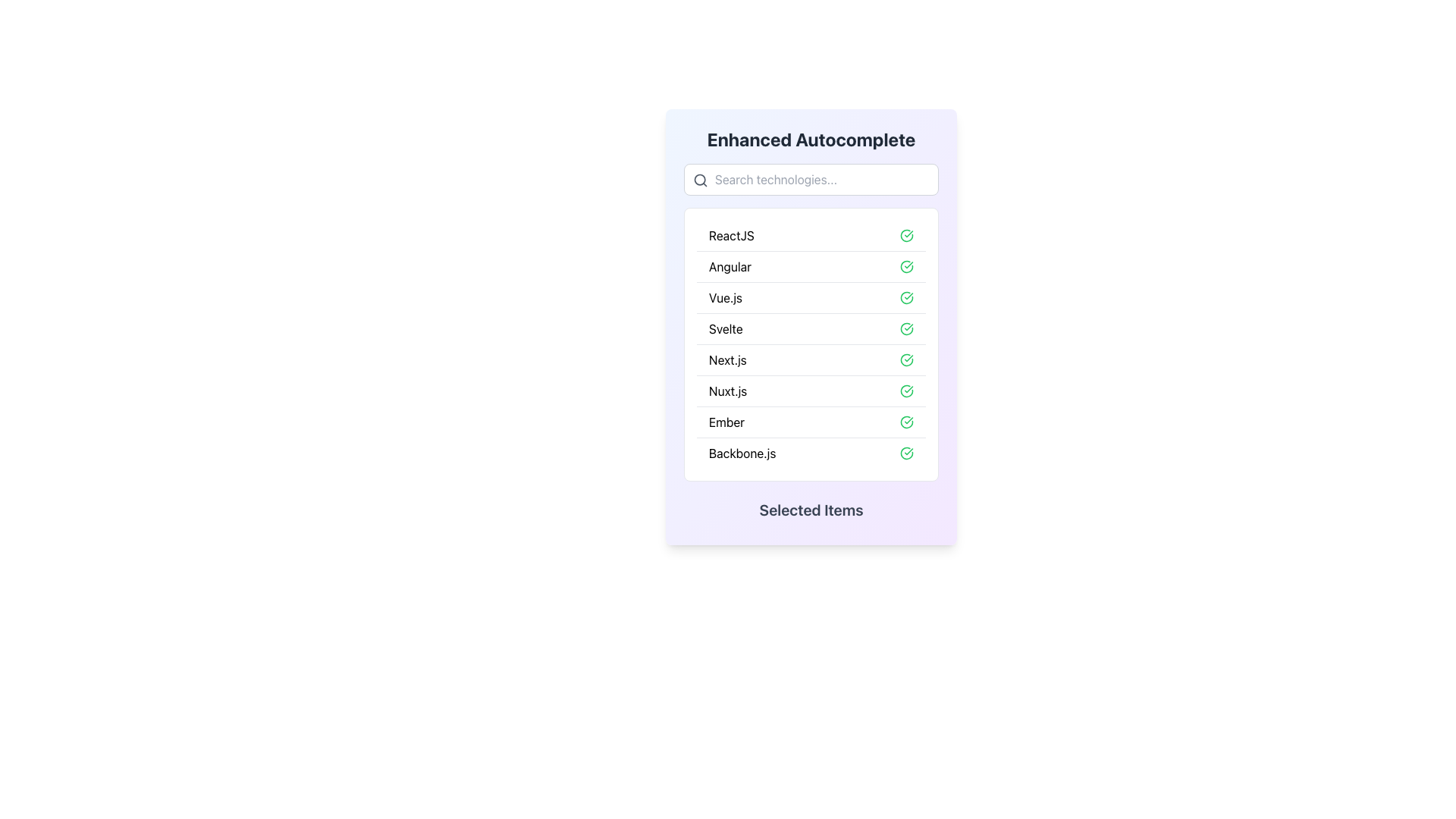  What do you see at coordinates (906, 298) in the screenshot?
I see `the selection indicator icon next to the 'Vue.js' text in the list, which visually acknowledges that the 'Vue.js' item is selected` at bounding box center [906, 298].